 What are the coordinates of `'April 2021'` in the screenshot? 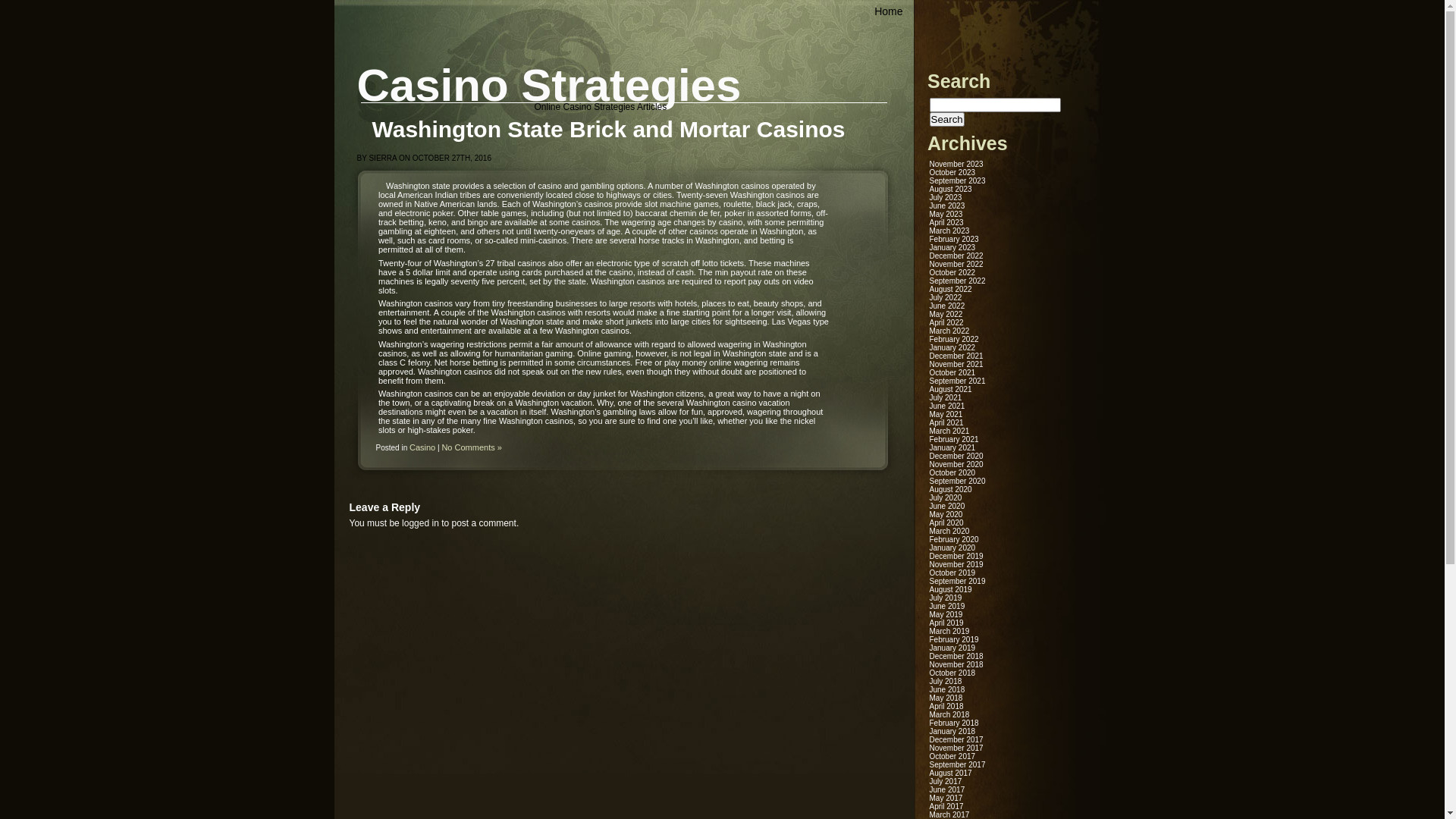 It's located at (946, 422).